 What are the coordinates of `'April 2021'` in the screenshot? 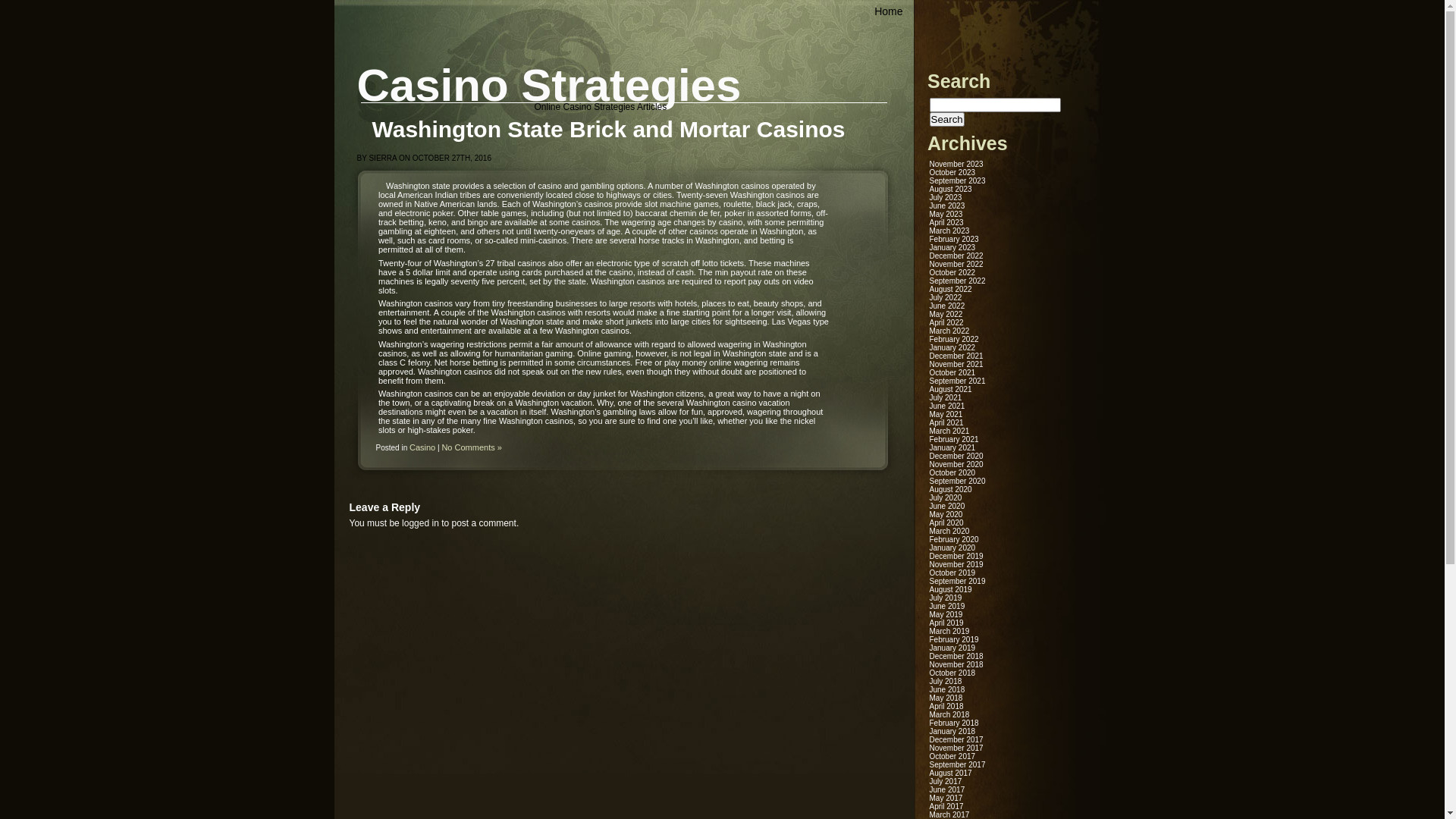 It's located at (946, 422).